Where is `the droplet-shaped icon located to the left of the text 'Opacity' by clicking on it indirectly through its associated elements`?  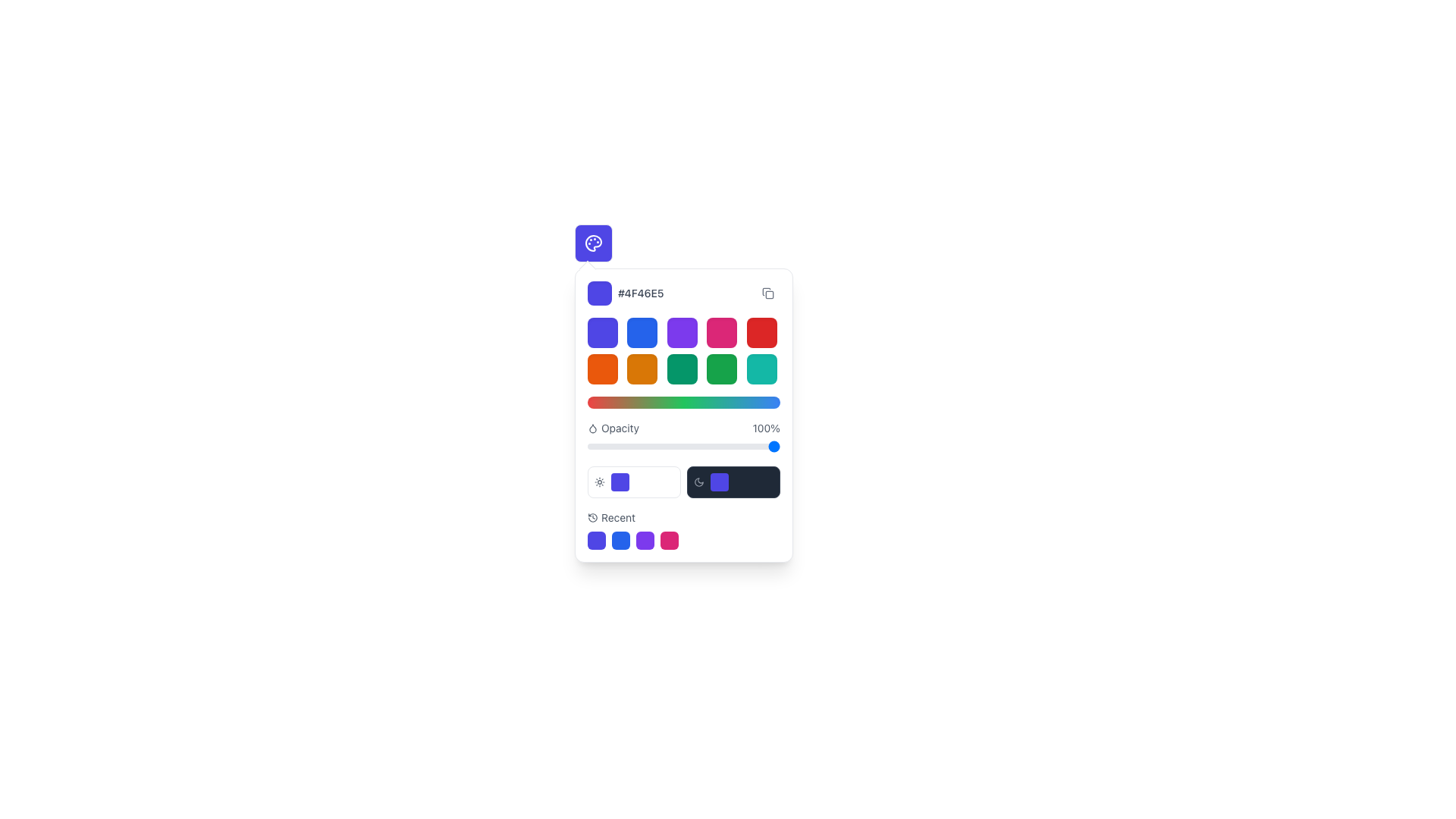
the droplet-shaped icon located to the left of the text 'Opacity' by clicking on it indirectly through its associated elements is located at coordinates (592, 428).